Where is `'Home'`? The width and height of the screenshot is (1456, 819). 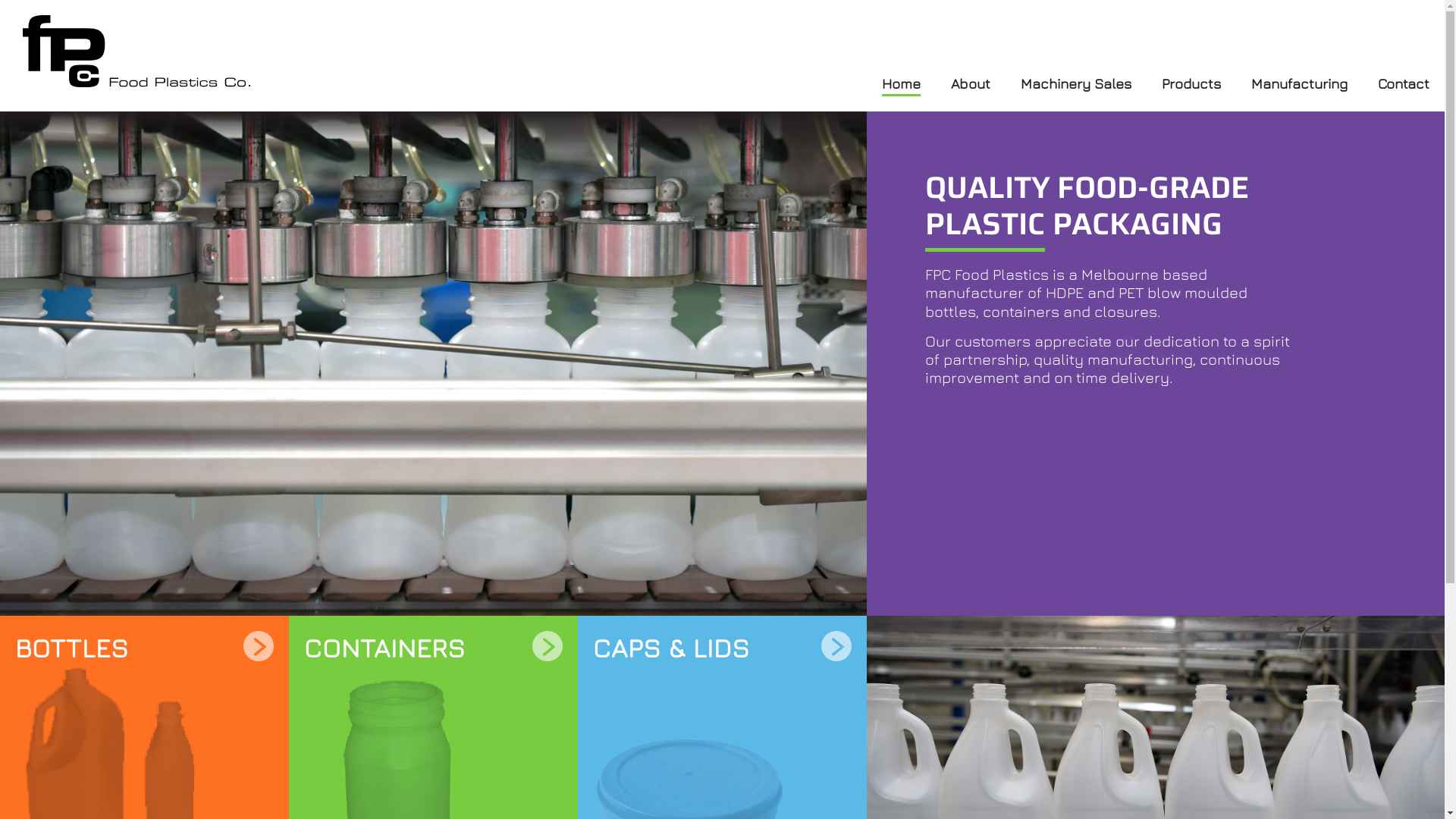 'Home' is located at coordinates (901, 84).